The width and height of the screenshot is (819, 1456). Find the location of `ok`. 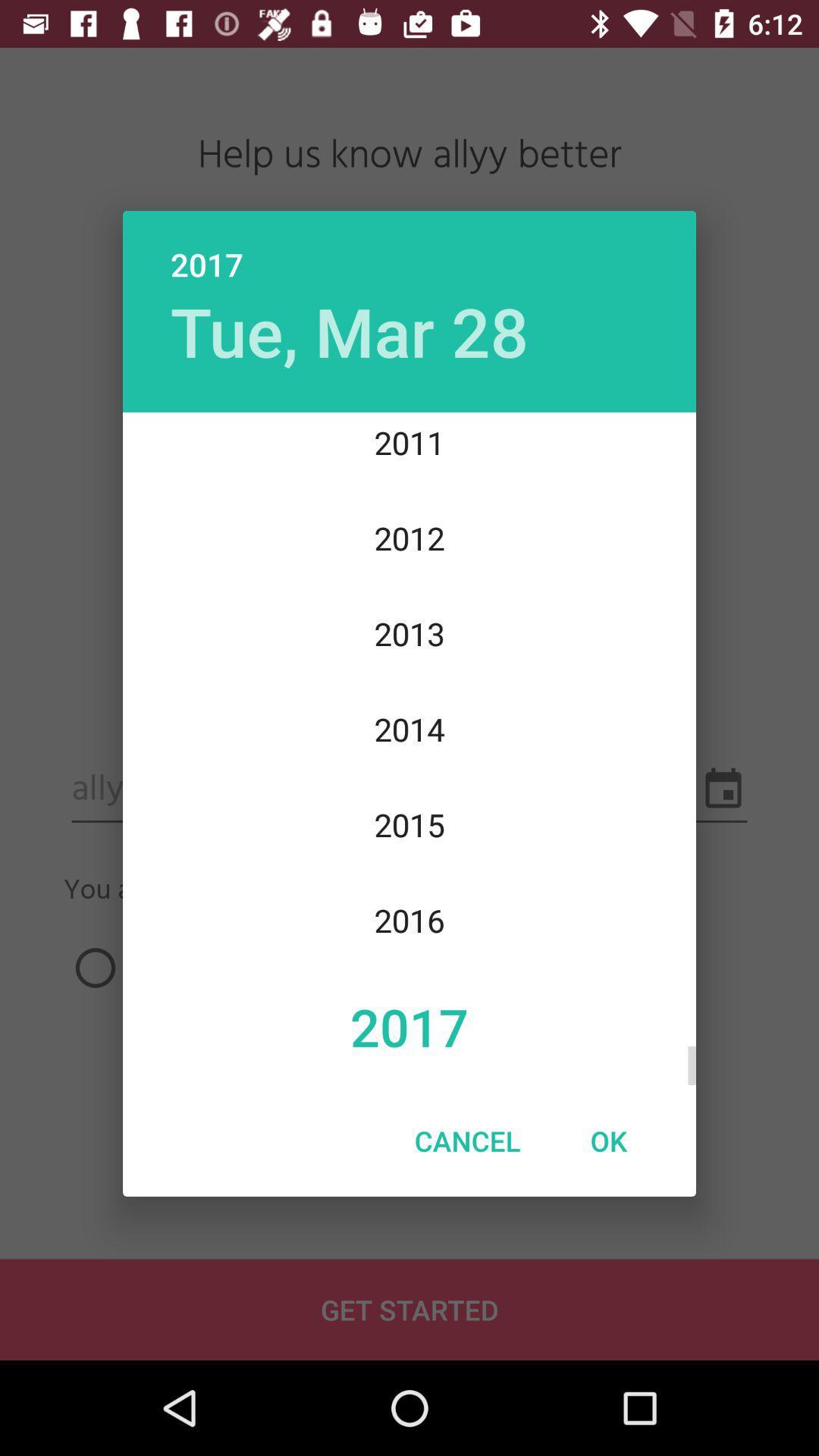

ok is located at coordinates (607, 1141).